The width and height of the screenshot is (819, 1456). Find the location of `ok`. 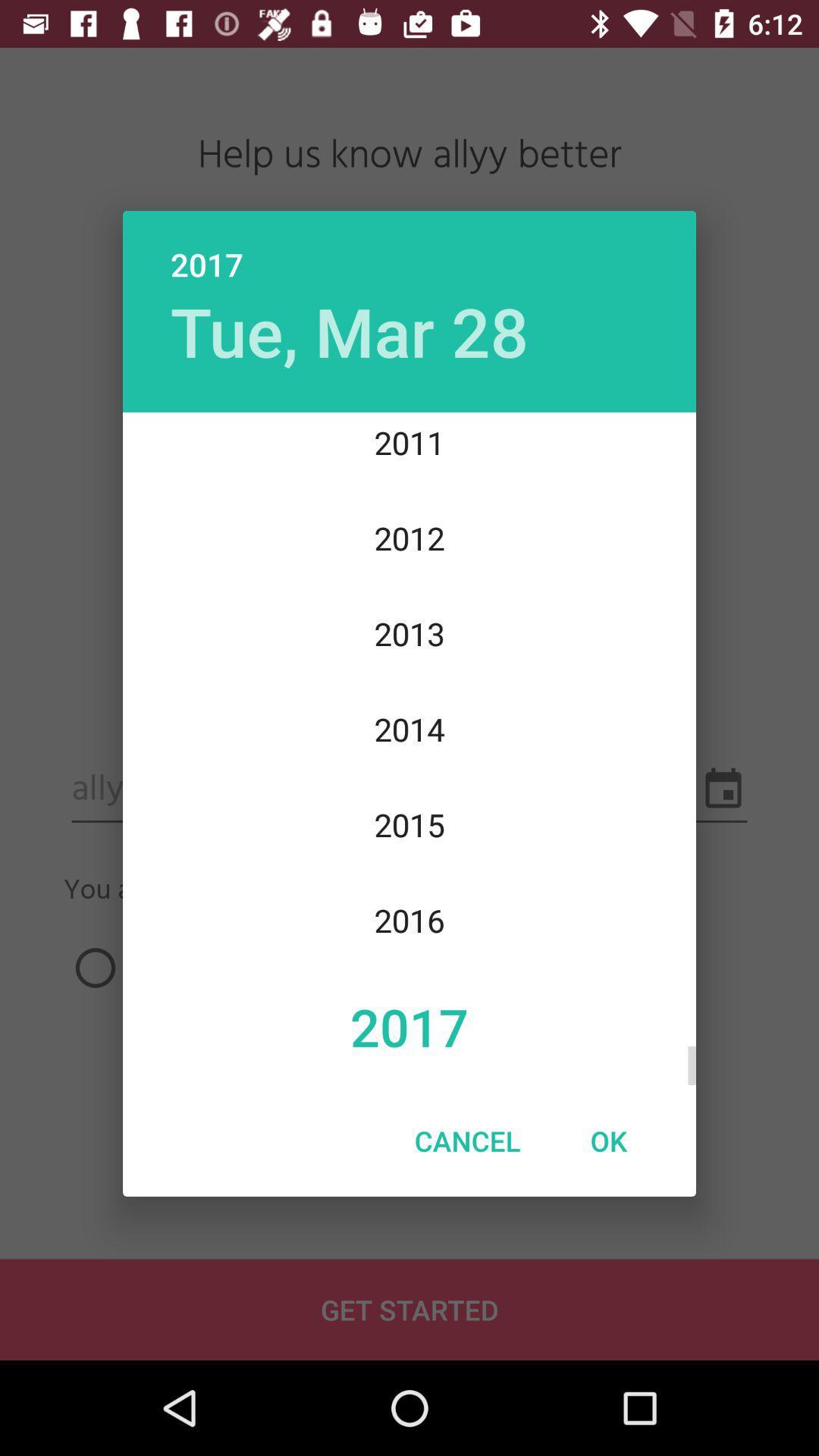

ok is located at coordinates (607, 1141).